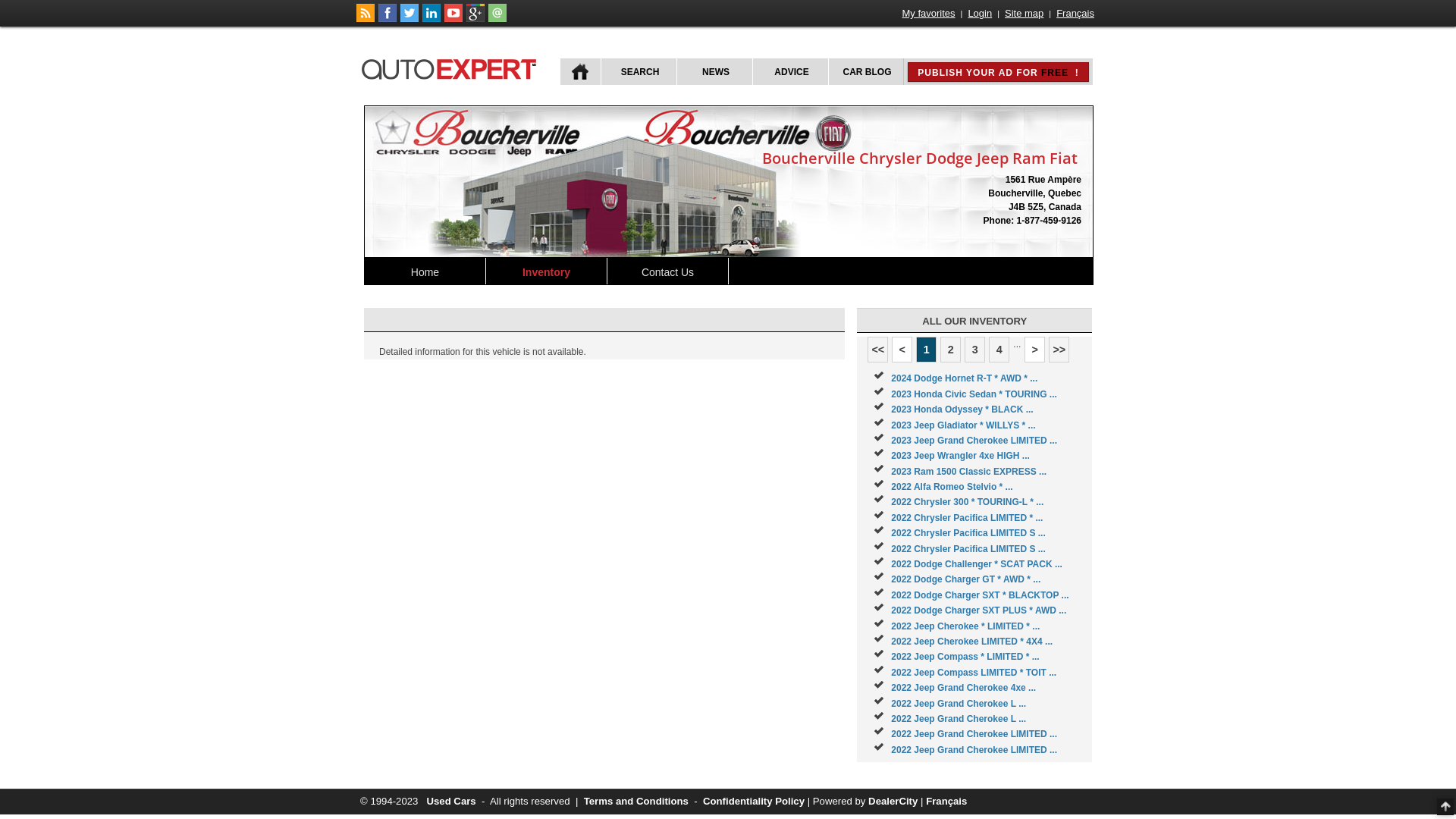  Describe the element at coordinates (1034, 350) in the screenshot. I see `'>'` at that location.